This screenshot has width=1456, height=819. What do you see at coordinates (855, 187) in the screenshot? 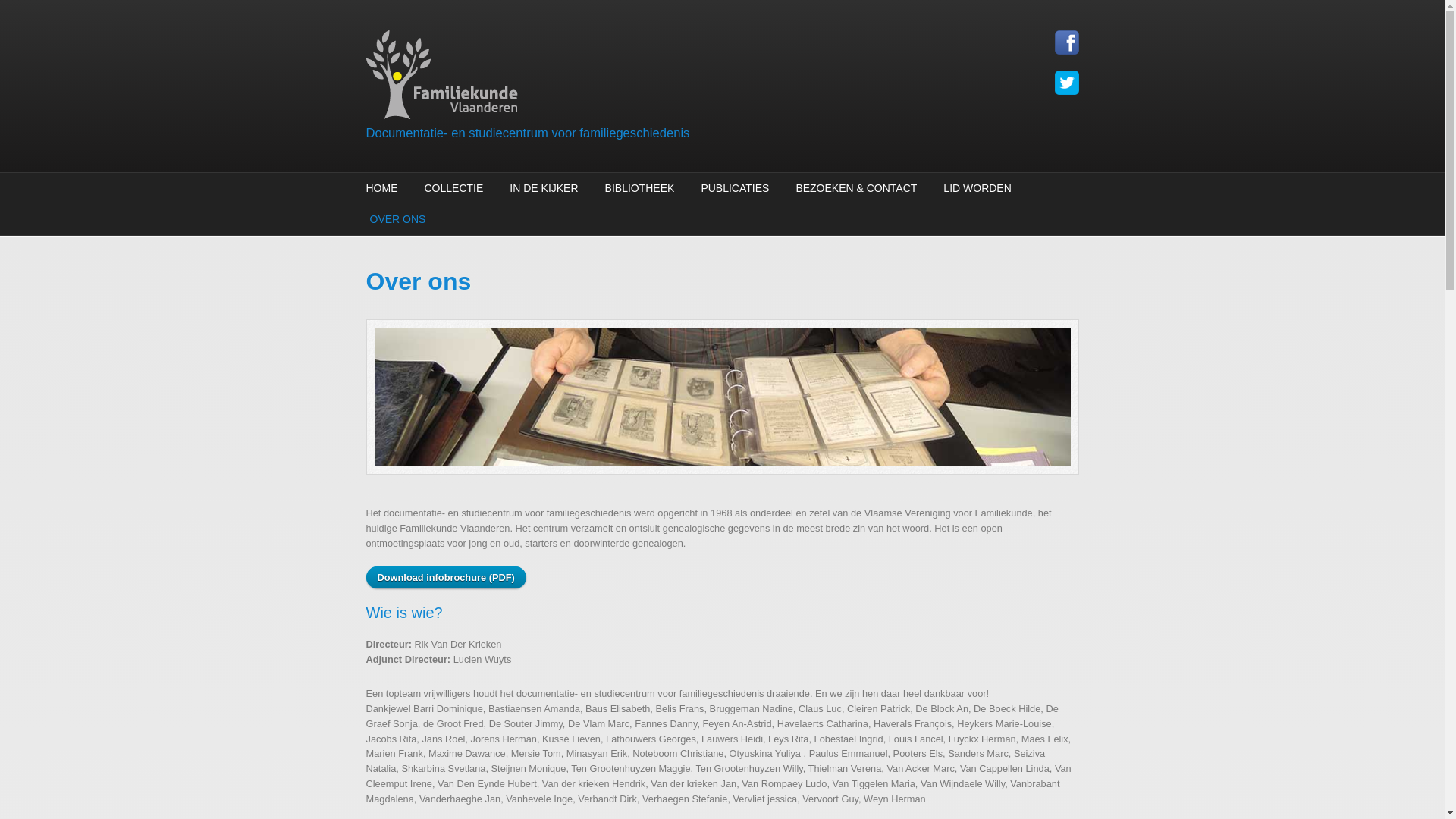
I see `'BEZOEKEN & CONTACT'` at bounding box center [855, 187].